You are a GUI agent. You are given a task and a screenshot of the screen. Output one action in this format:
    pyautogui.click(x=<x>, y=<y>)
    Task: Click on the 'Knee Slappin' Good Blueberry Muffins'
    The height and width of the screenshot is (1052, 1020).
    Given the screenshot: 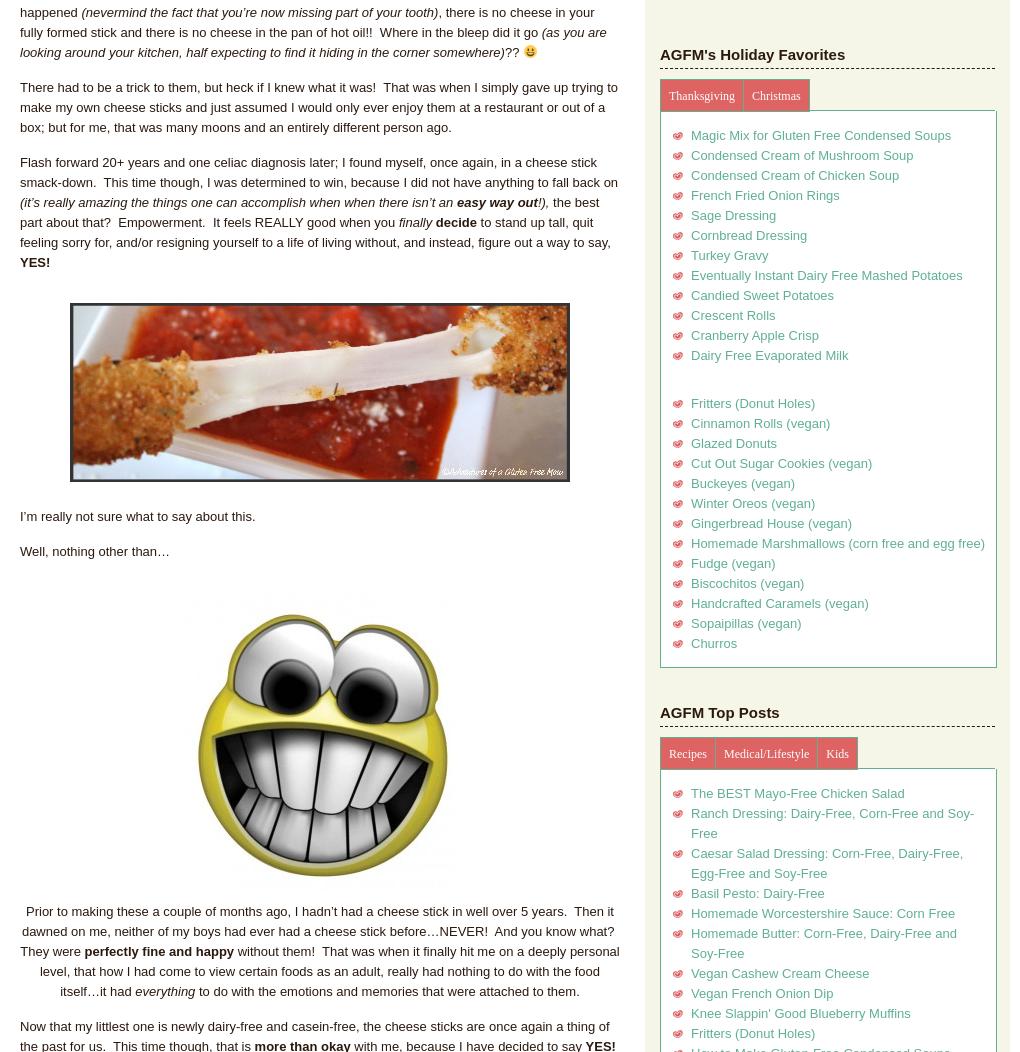 What is the action you would take?
    pyautogui.click(x=799, y=1012)
    